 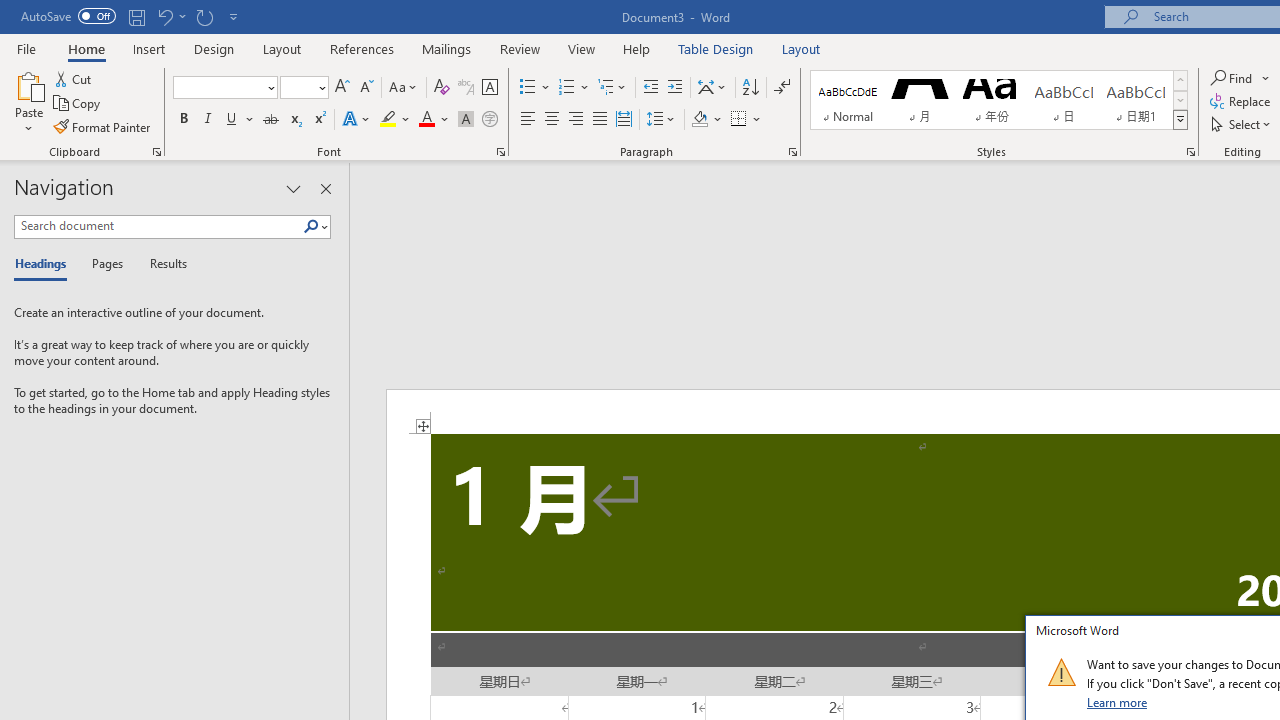 What do you see at coordinates (294, 119) in the screenshot?
I see `'Subscript'` at bounding box center [294, 119].